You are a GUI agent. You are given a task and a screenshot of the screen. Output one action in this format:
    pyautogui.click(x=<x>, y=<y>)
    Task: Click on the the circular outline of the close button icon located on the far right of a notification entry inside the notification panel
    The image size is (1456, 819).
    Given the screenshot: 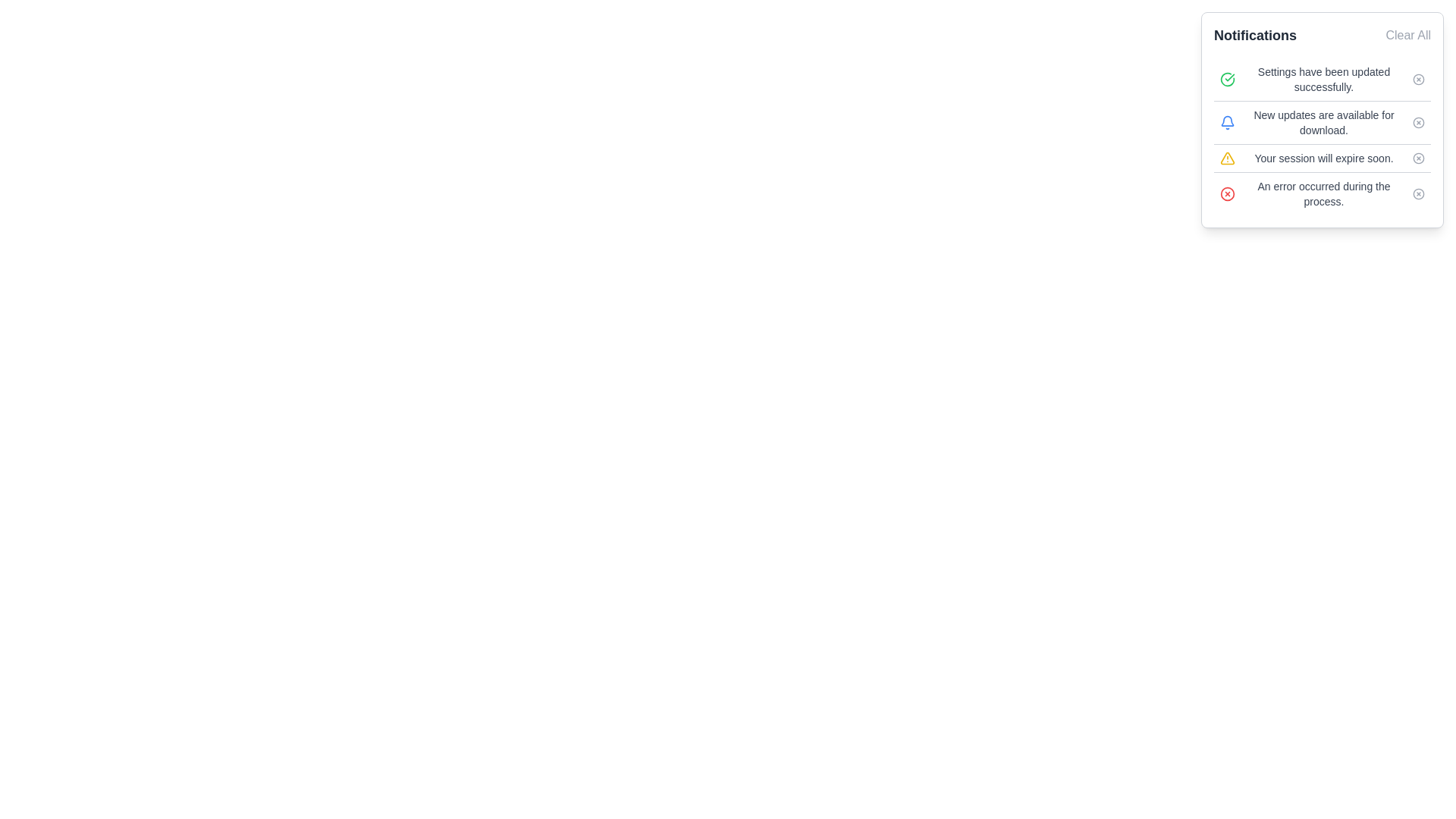 What is the action you would take?
    pyautogui.click(x=1227, y=193)
    